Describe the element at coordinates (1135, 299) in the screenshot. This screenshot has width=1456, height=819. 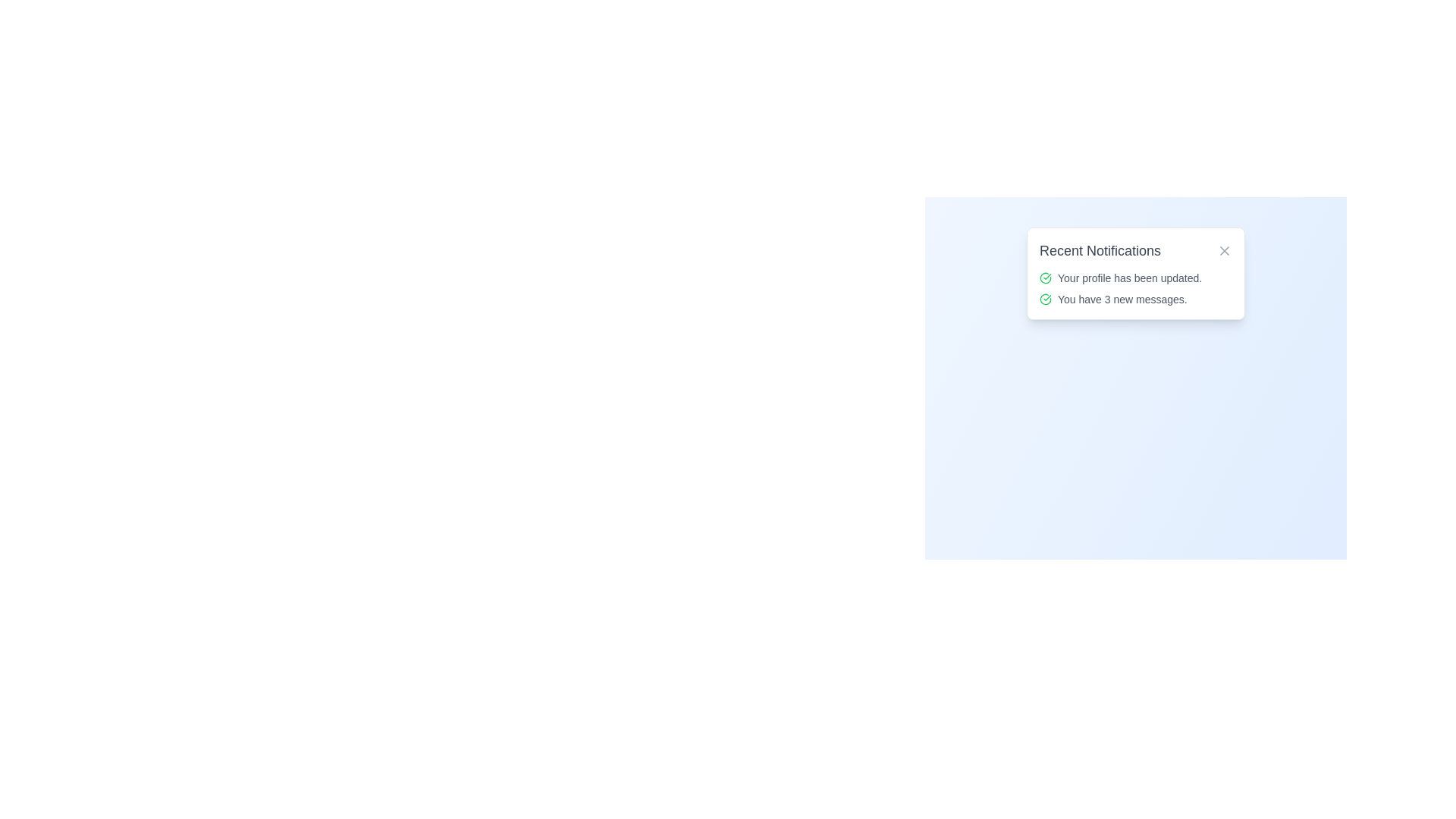
I see `the second notification item in the 'Recent Notifications' panel that displays a message about three new messages` at that location.